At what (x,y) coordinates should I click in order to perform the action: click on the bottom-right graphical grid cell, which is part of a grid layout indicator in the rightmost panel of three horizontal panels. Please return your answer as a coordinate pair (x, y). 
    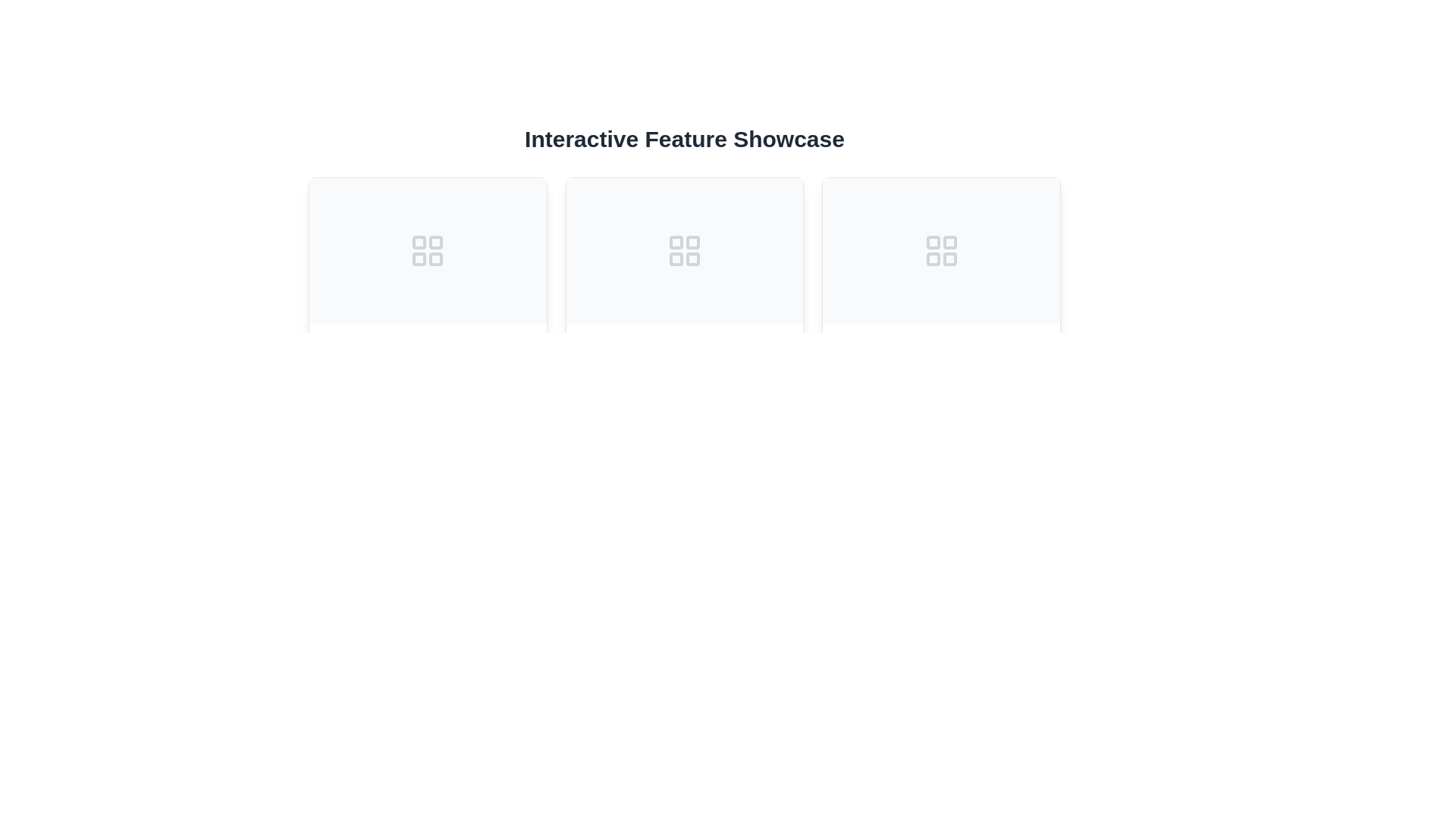
    Looking at the image, I should click on (949, 259).